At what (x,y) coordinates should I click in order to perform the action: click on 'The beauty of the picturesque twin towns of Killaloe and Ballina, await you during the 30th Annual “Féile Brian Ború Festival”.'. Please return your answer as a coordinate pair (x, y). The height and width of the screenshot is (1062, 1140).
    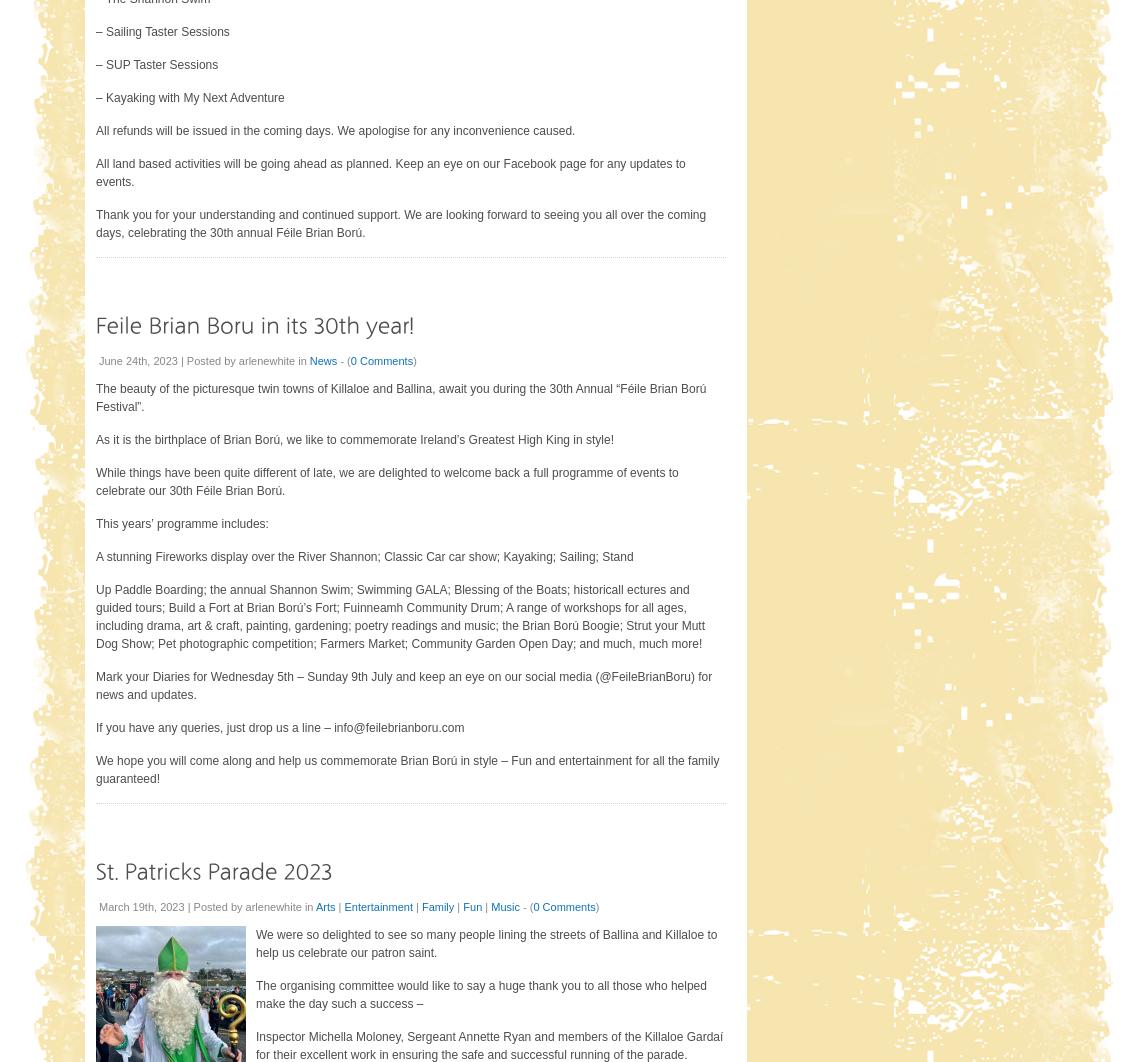
    Looking at the image, I should click on (400, 397).